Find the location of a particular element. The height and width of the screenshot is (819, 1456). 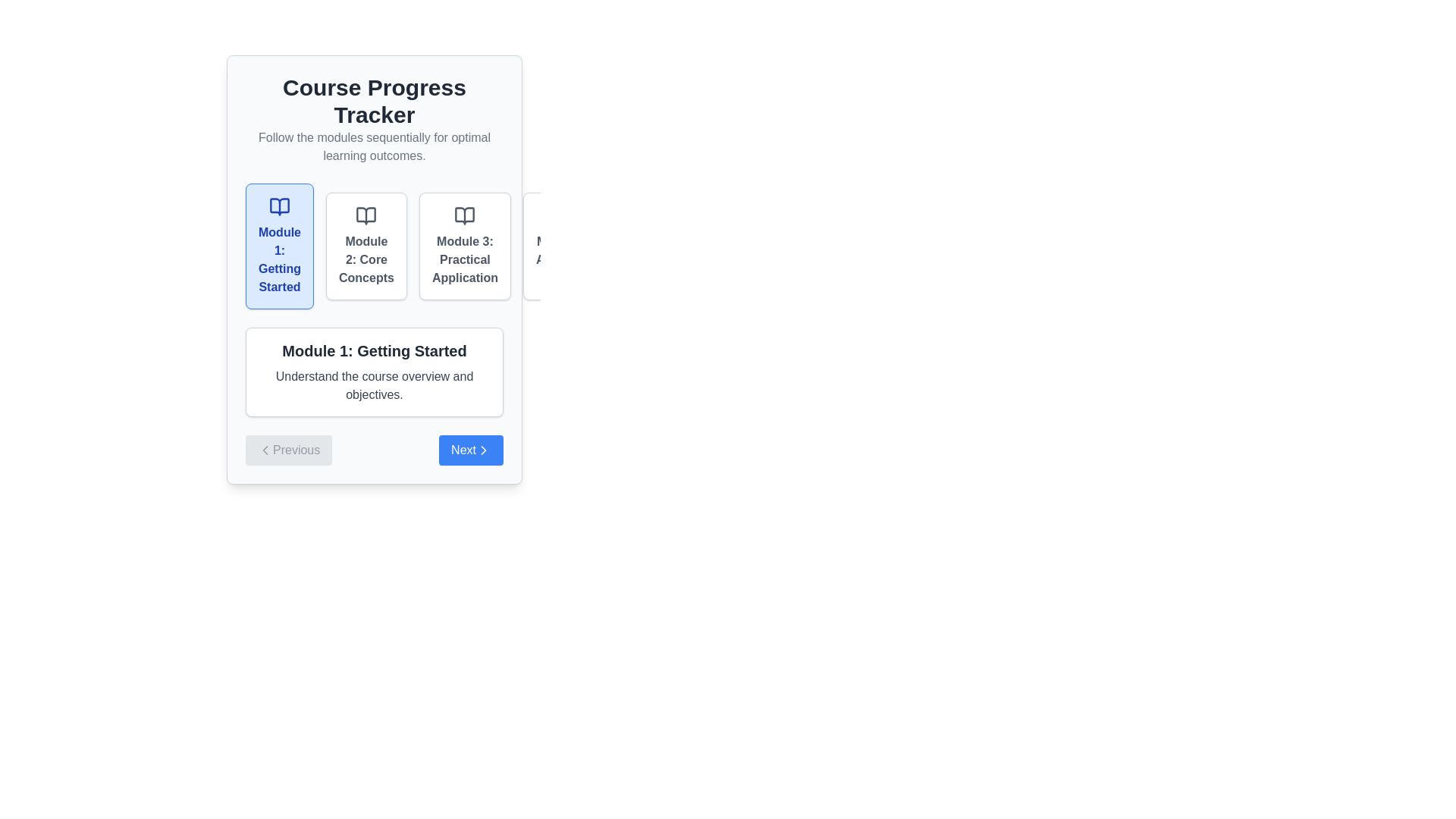

the Icon representing 'Module 2: Core Concepts' which symbolizes the reading or learning module, located centrally in the second module card is located at coordinates (366, 216).